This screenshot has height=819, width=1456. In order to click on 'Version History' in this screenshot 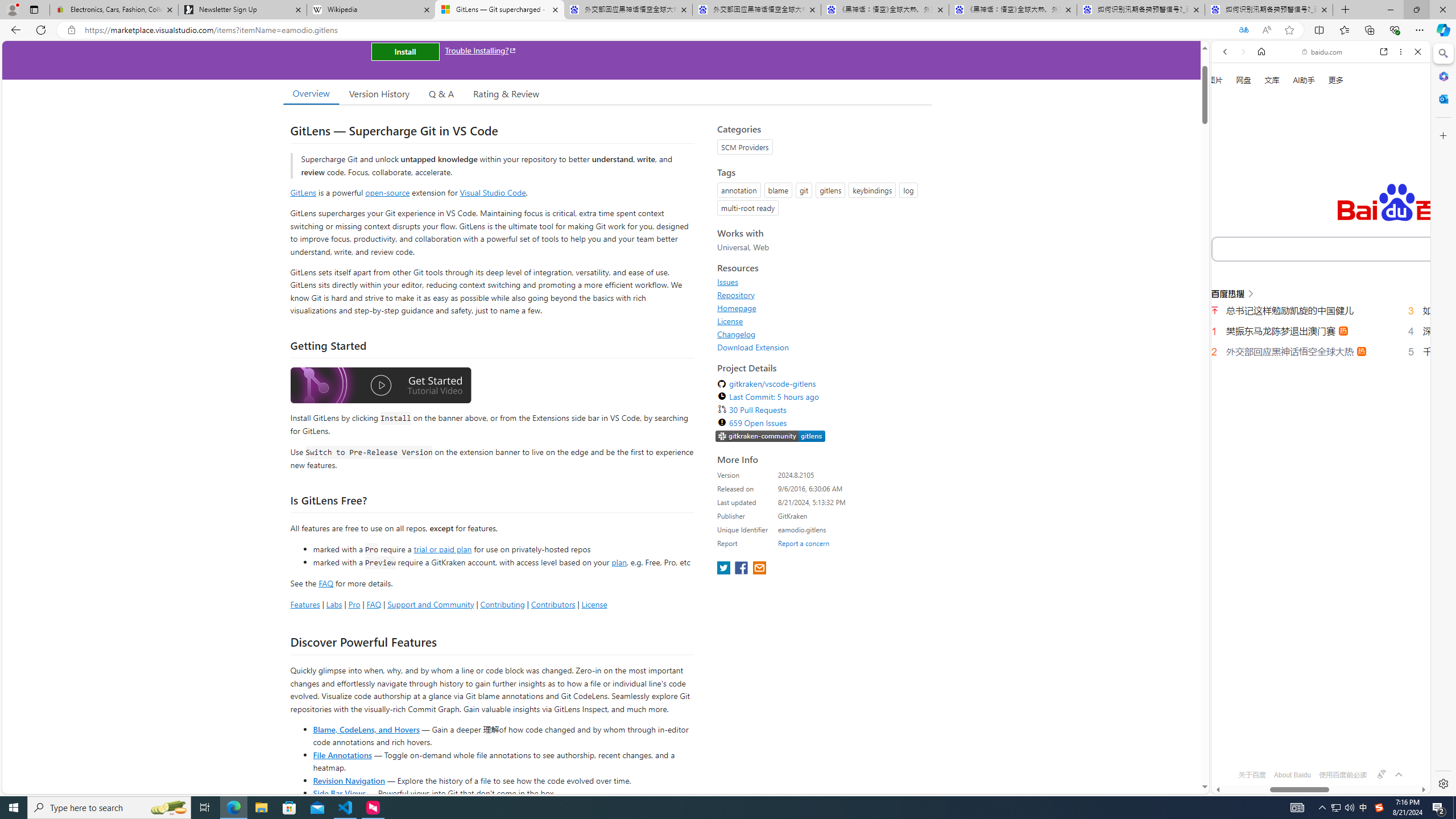, I will do `click(378, 93)`.